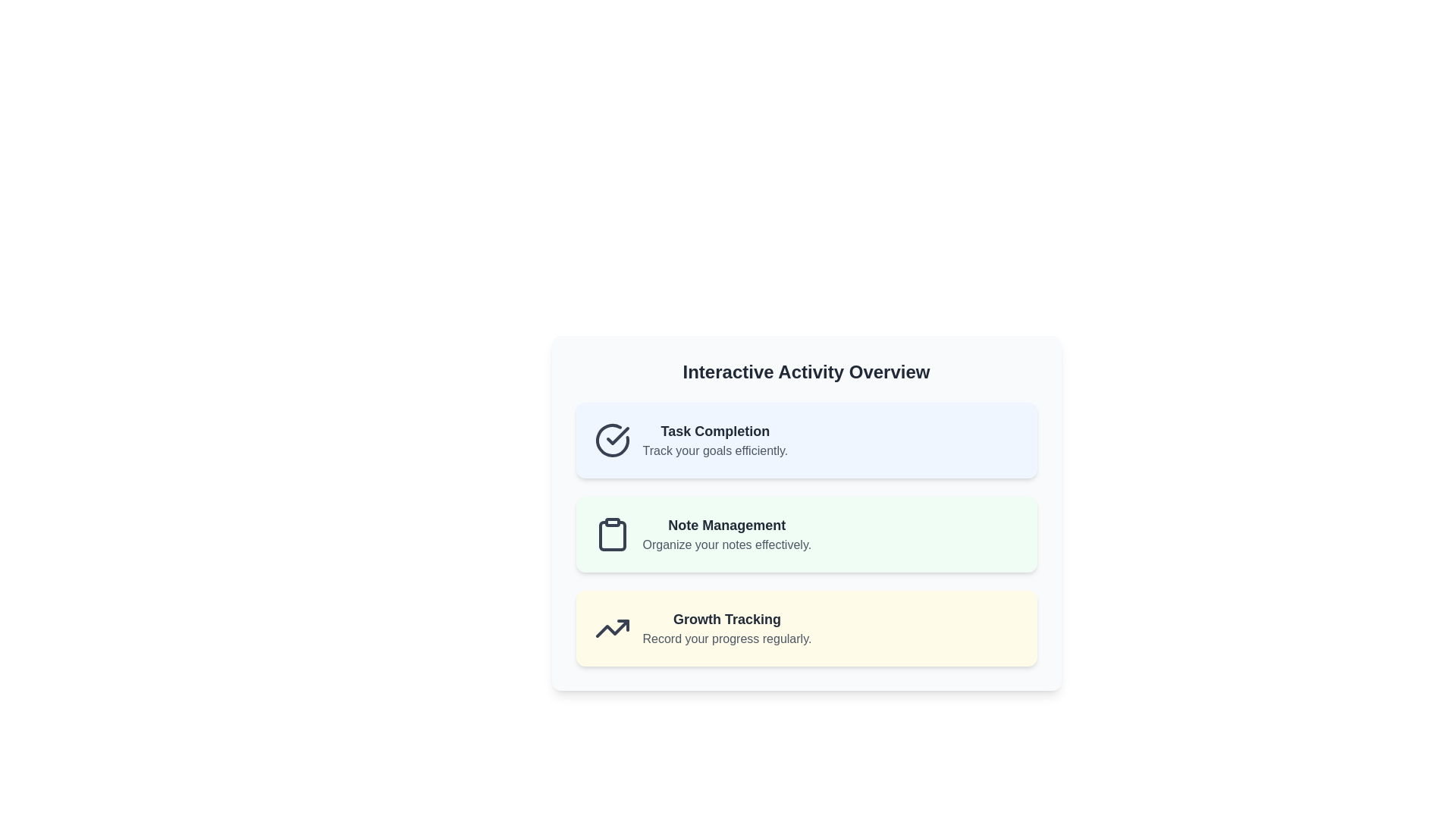 The height and width of the screenshot is (819, 1456). I want to click on the 'Note Management' header text label, which is a bold title in dark gray, located at the center top of a greenish box, so click(726, 525).